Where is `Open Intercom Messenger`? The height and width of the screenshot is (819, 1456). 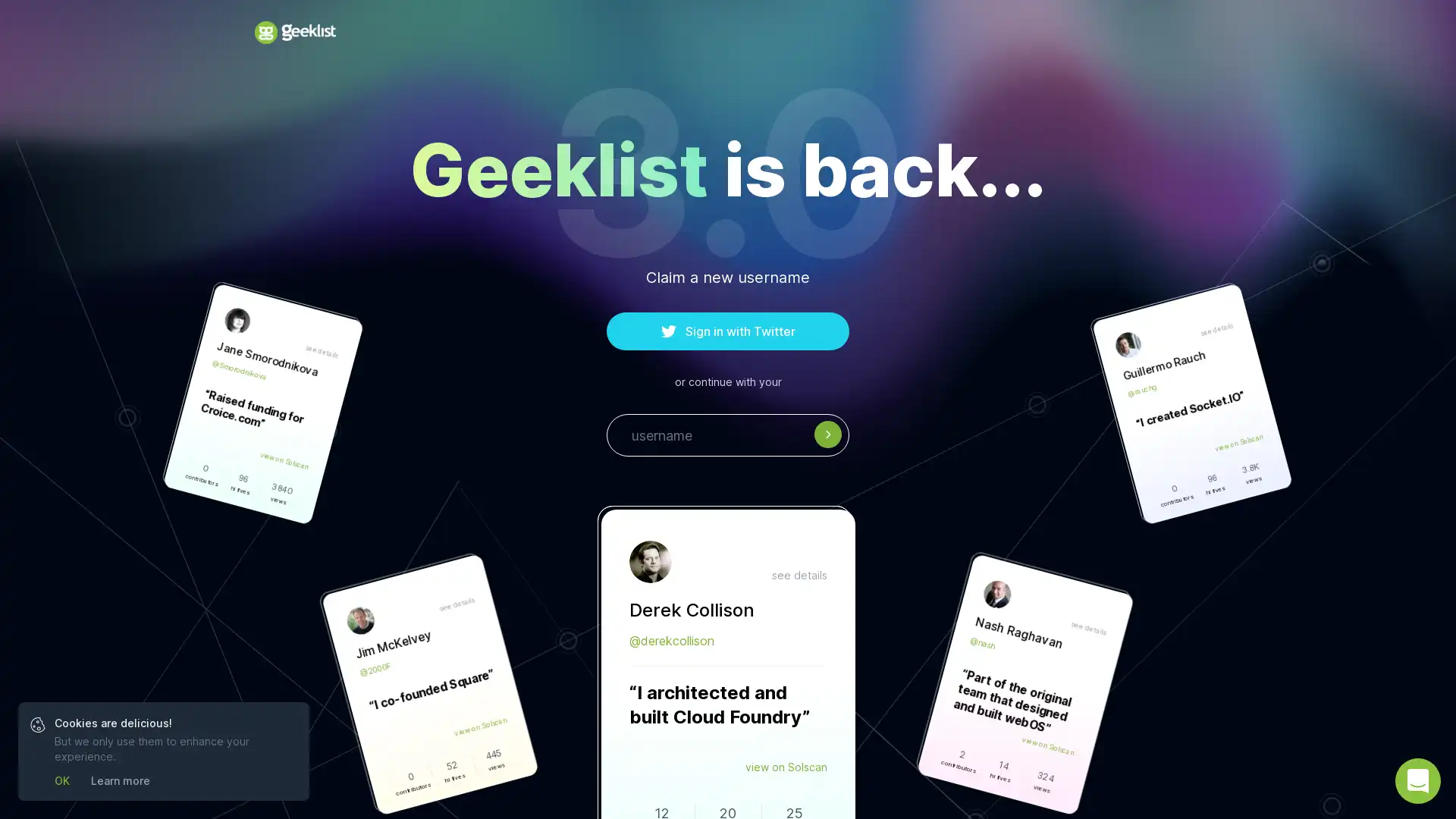
Open Intercom Messenger is located at coordinates (1417, 780).